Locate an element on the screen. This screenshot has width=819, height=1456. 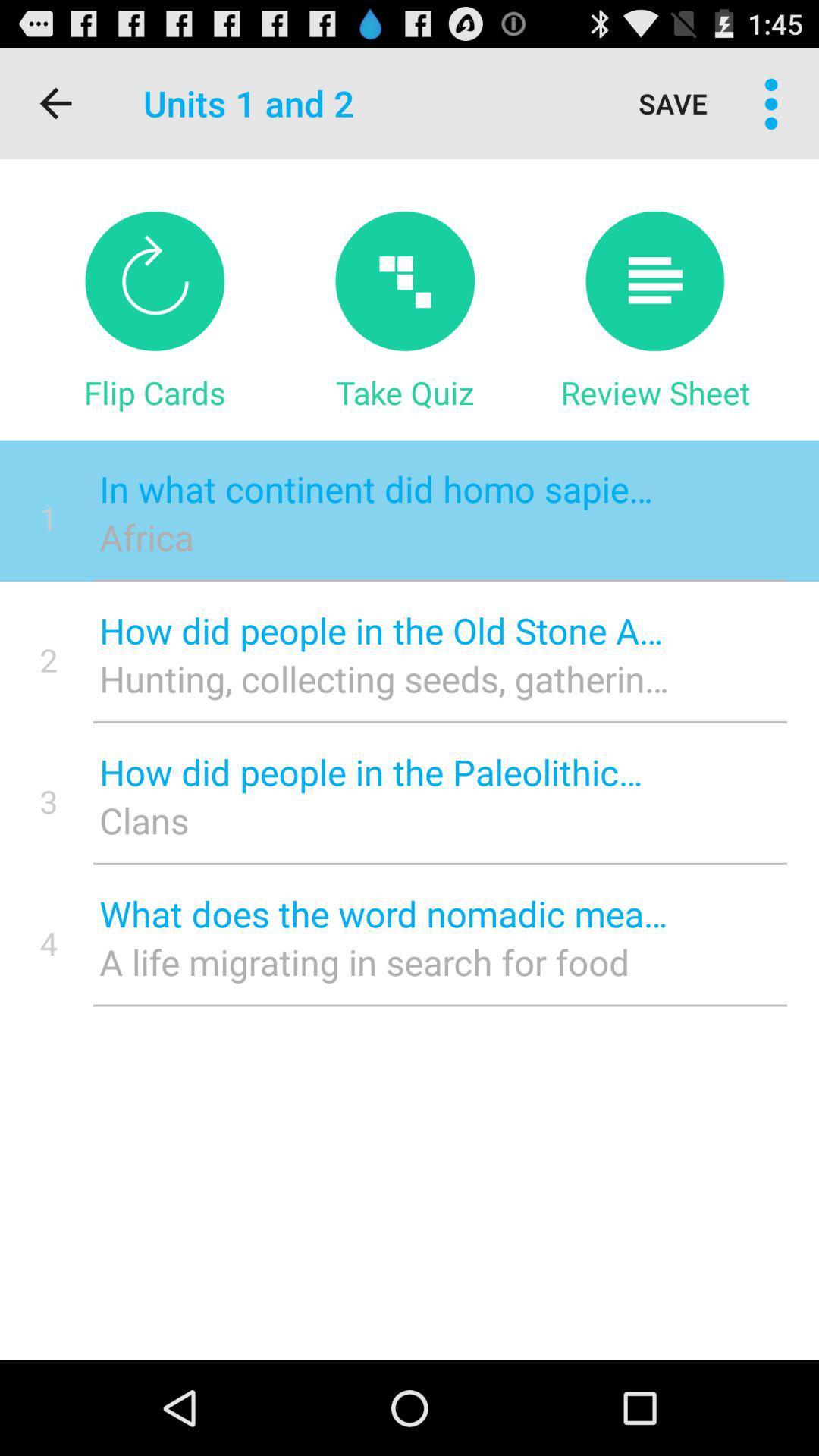
the item above the a life migrating item is located at coordinates (383, 912).